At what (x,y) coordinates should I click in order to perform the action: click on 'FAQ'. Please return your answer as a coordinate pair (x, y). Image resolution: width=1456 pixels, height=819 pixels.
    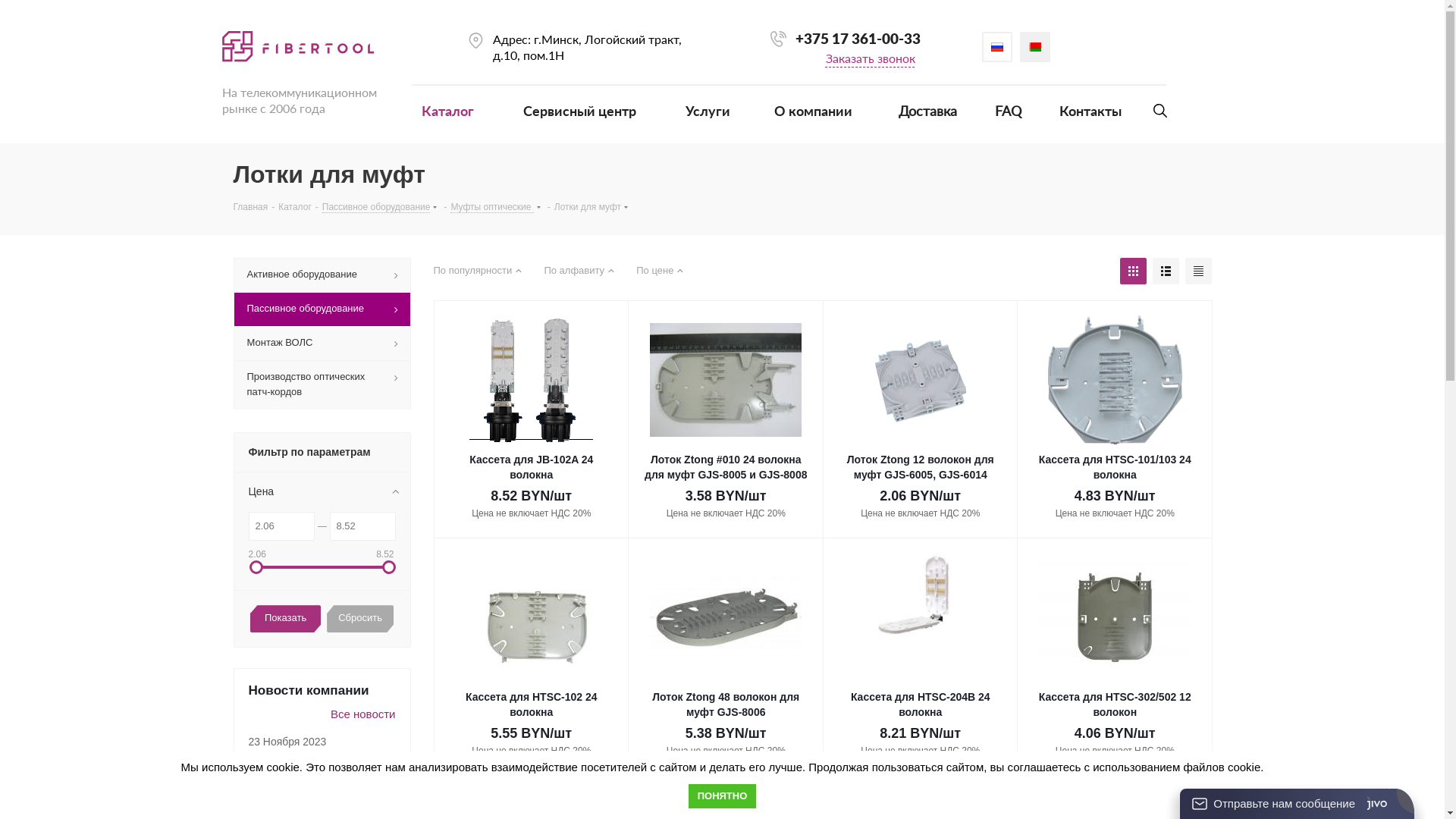
    Looking at the image, I should click on (986, 105).